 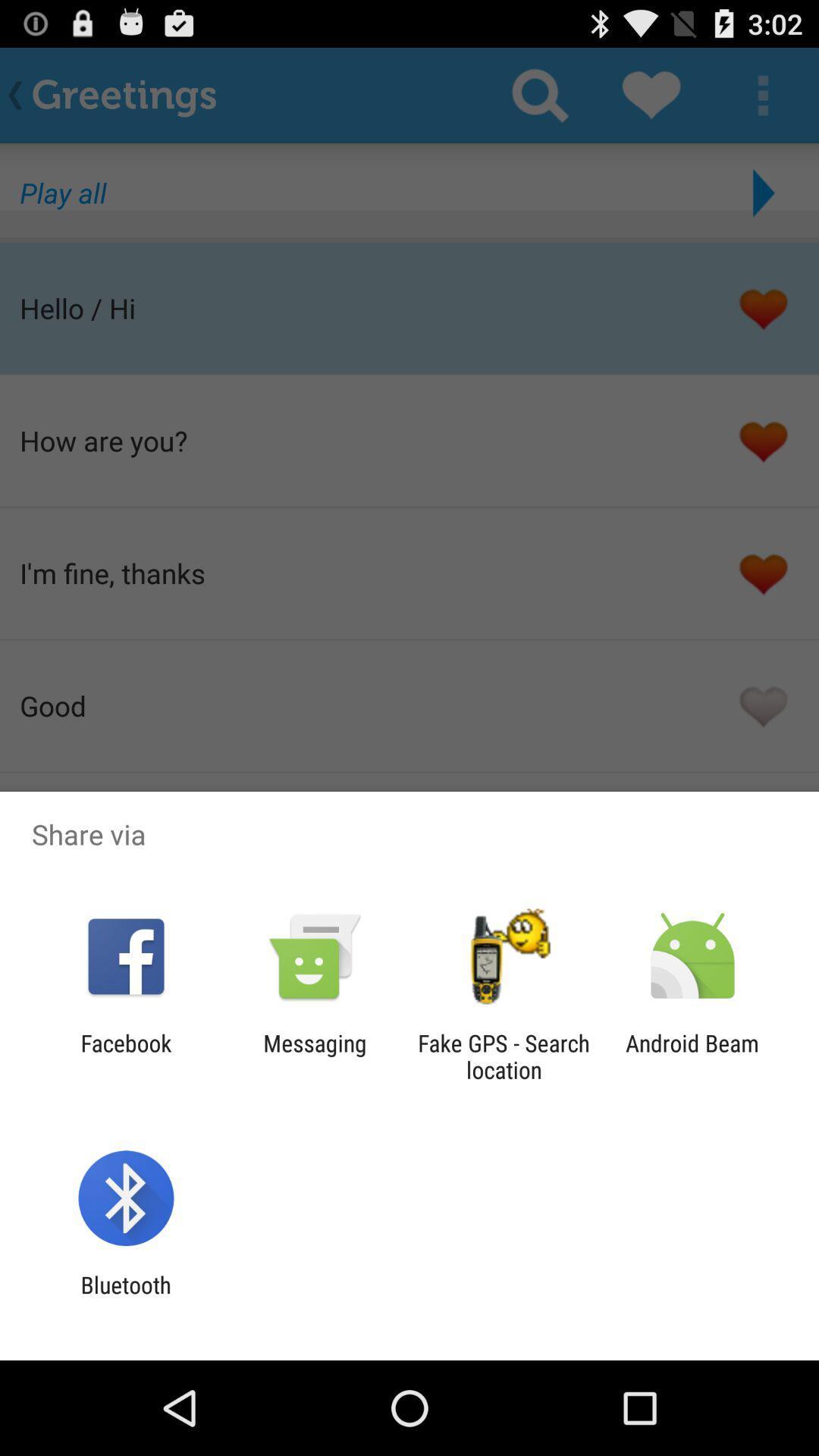 I want to click on icon next to the messaging item, so click(x=125, y=1056).